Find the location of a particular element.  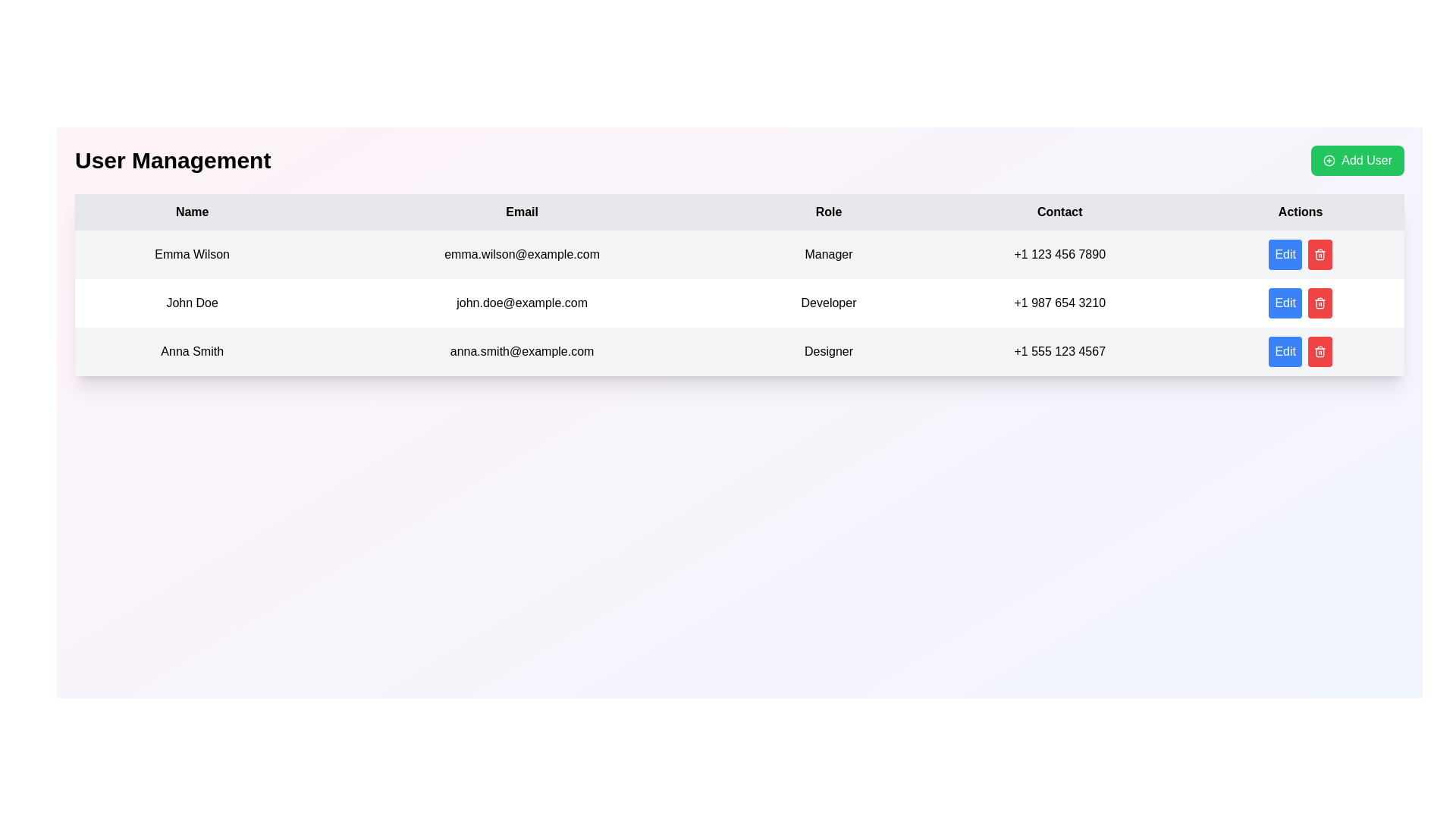

the edit button located in the 'Actions' column of the table row corresponding to 'John Doe' is located at coordinates (1299, 303).